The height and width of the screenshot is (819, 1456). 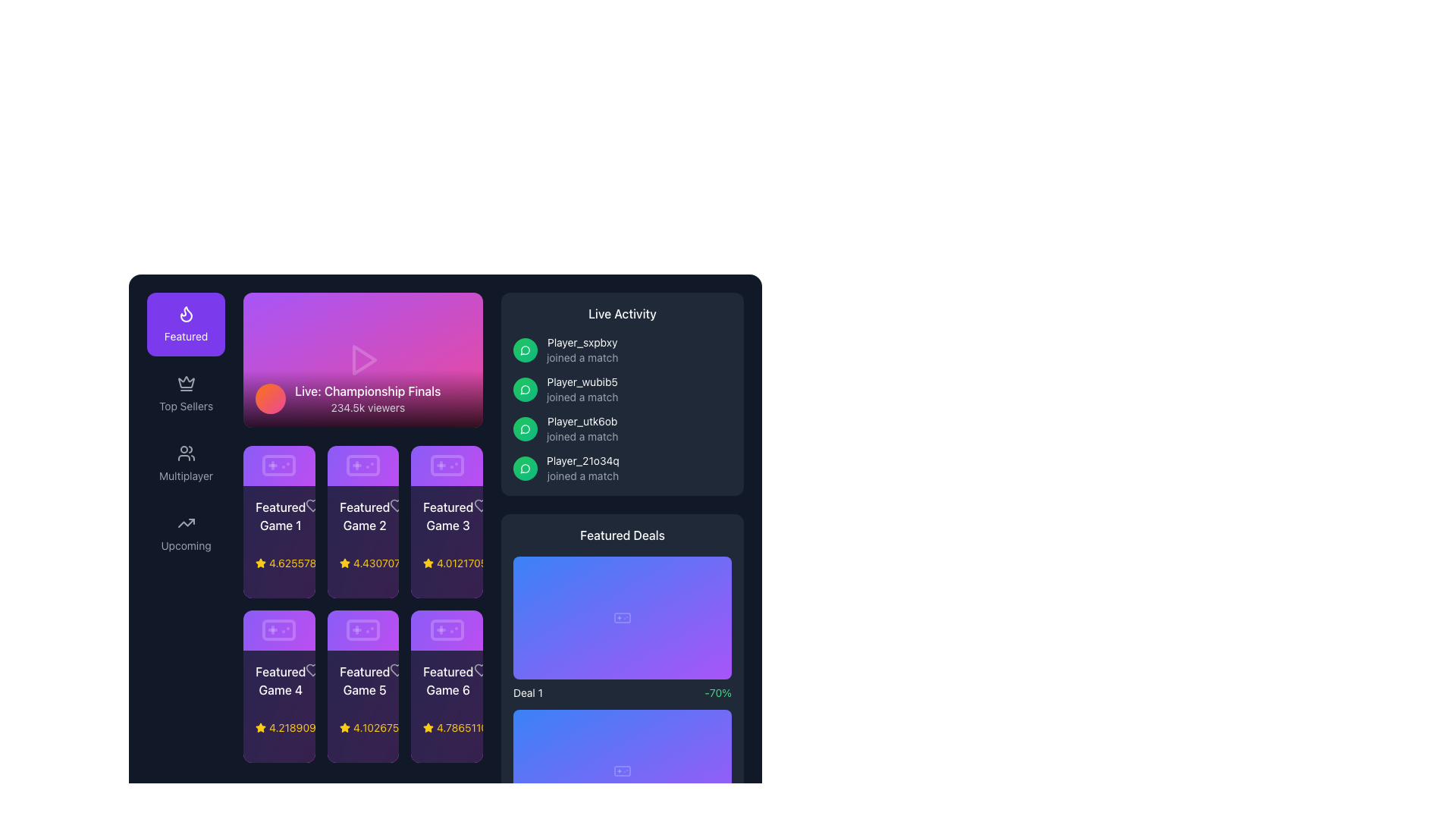 What do you see at coordinates (397, 505) in the screenshot?
I see `the heart icon in the 'Featured Game 2' card` at bounding box center [397, 505].